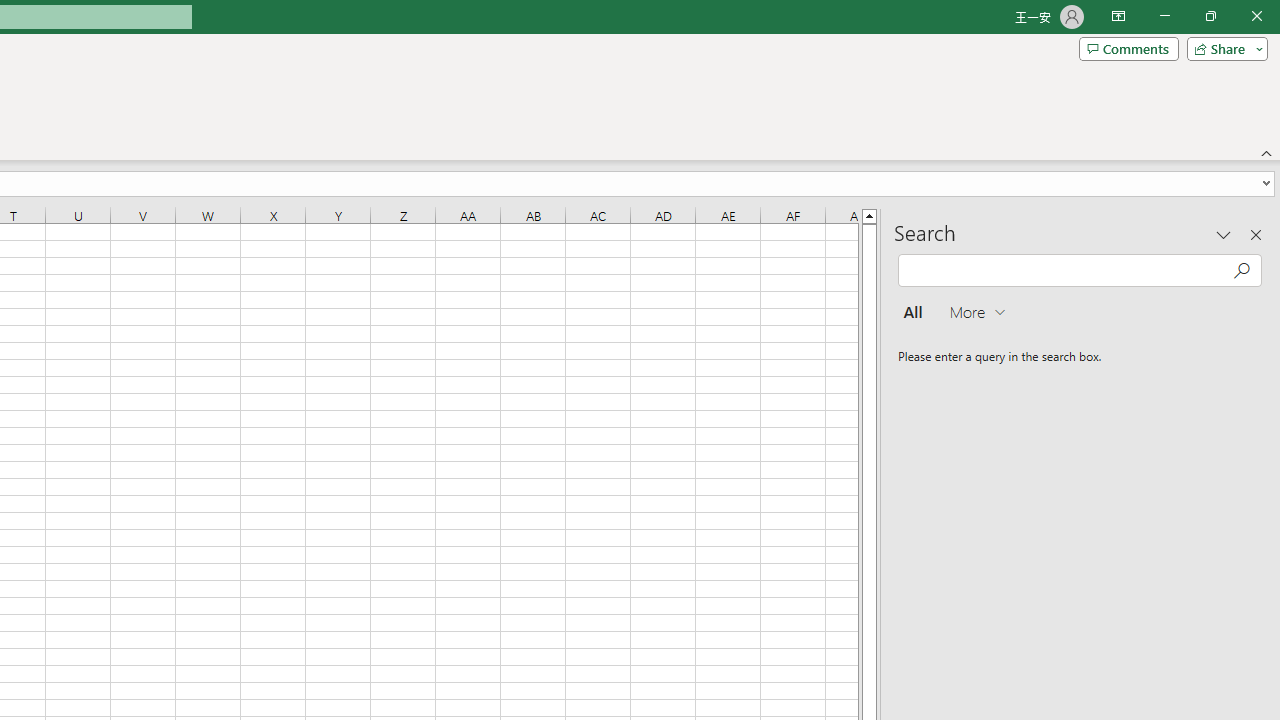 The height and width of the screenshot is (720, 1280). What do you see at coordinates (1223, 234) in the screenshot?
I see `'Task Pane Options'` at bounding box center [1223, 234].